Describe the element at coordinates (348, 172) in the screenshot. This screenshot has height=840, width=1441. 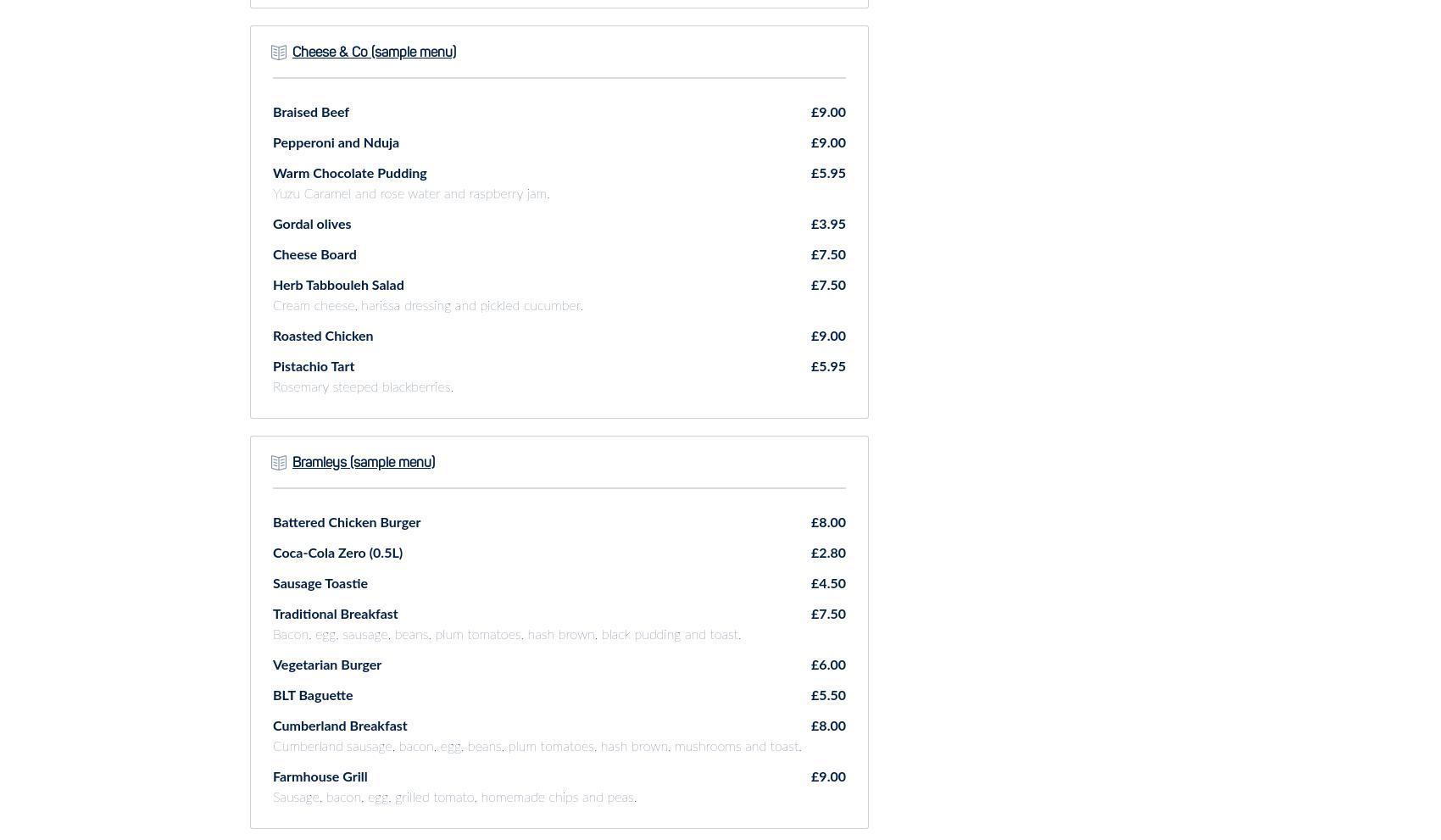
I see `'Warm Chocolate Pudding'` at that location.